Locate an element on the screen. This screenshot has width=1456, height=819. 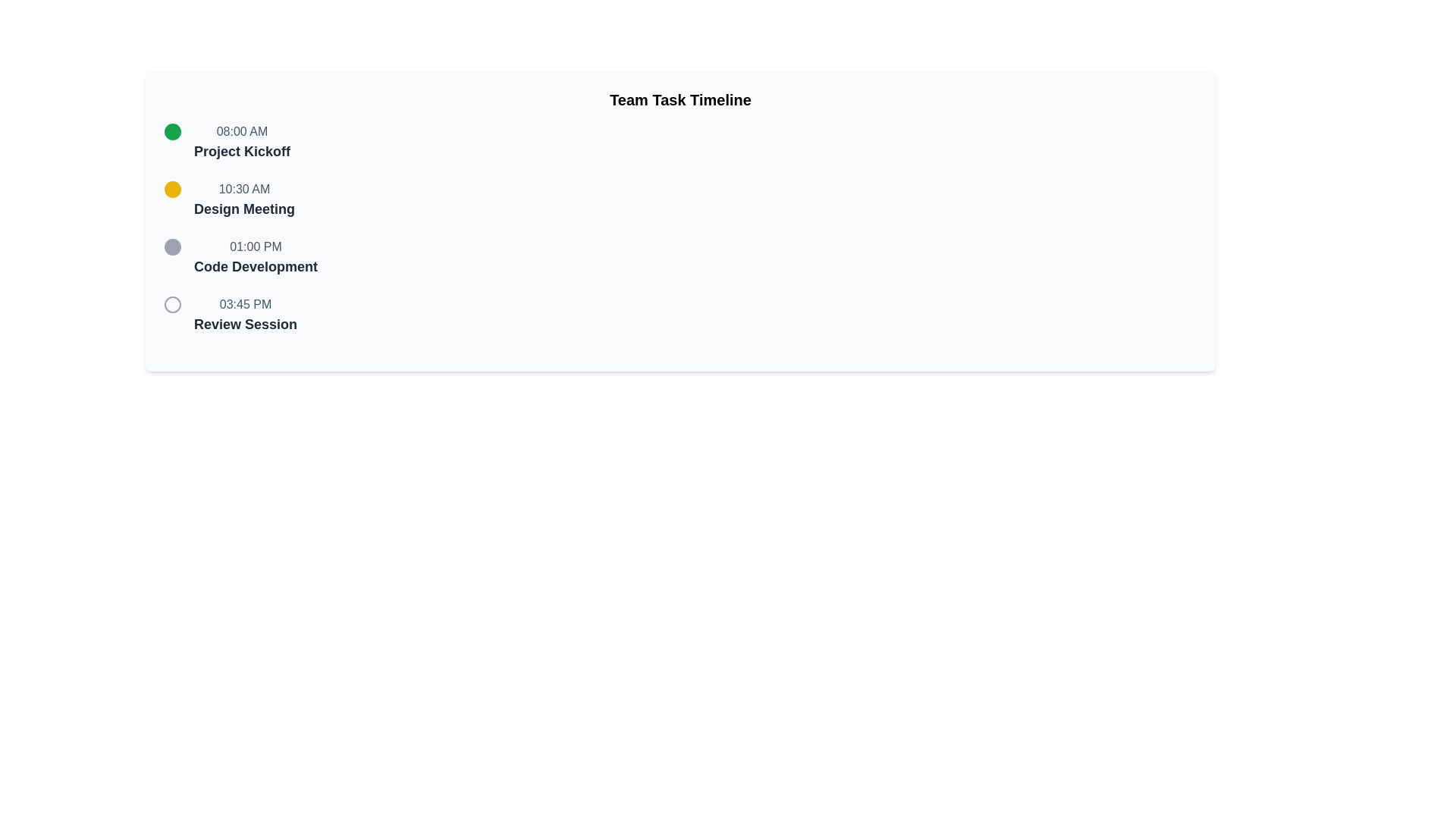
the green Circular Icon representing the status or progress step in the timeline, which is adjacent to the label '08:00 AM Project Kickoff' is located at coordinates (172, 130).